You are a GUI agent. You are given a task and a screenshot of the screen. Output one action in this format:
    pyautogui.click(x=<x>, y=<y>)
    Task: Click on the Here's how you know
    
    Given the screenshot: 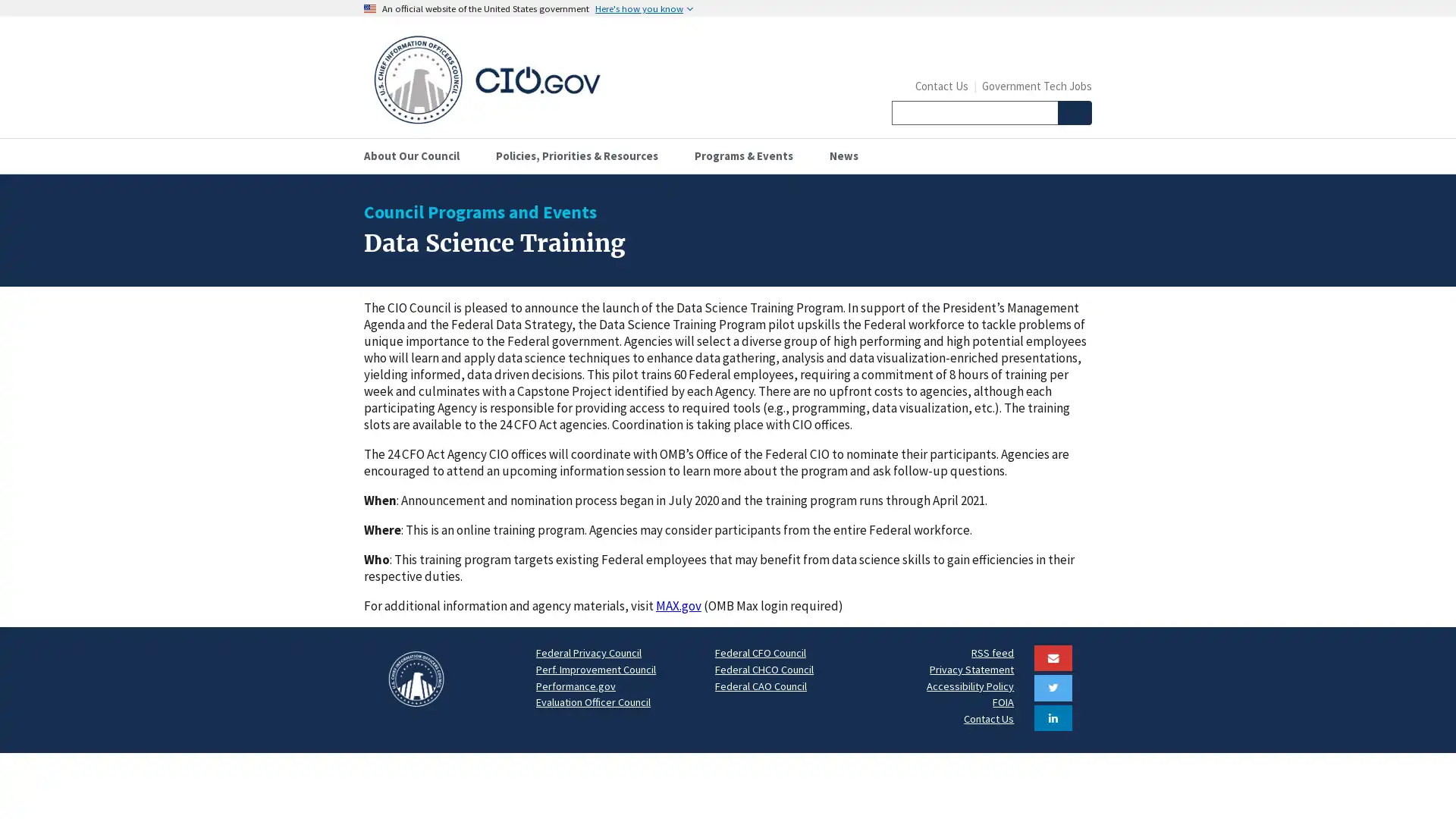 What is the action you would take?
    pyautogui.click(x=644, y=8)
    